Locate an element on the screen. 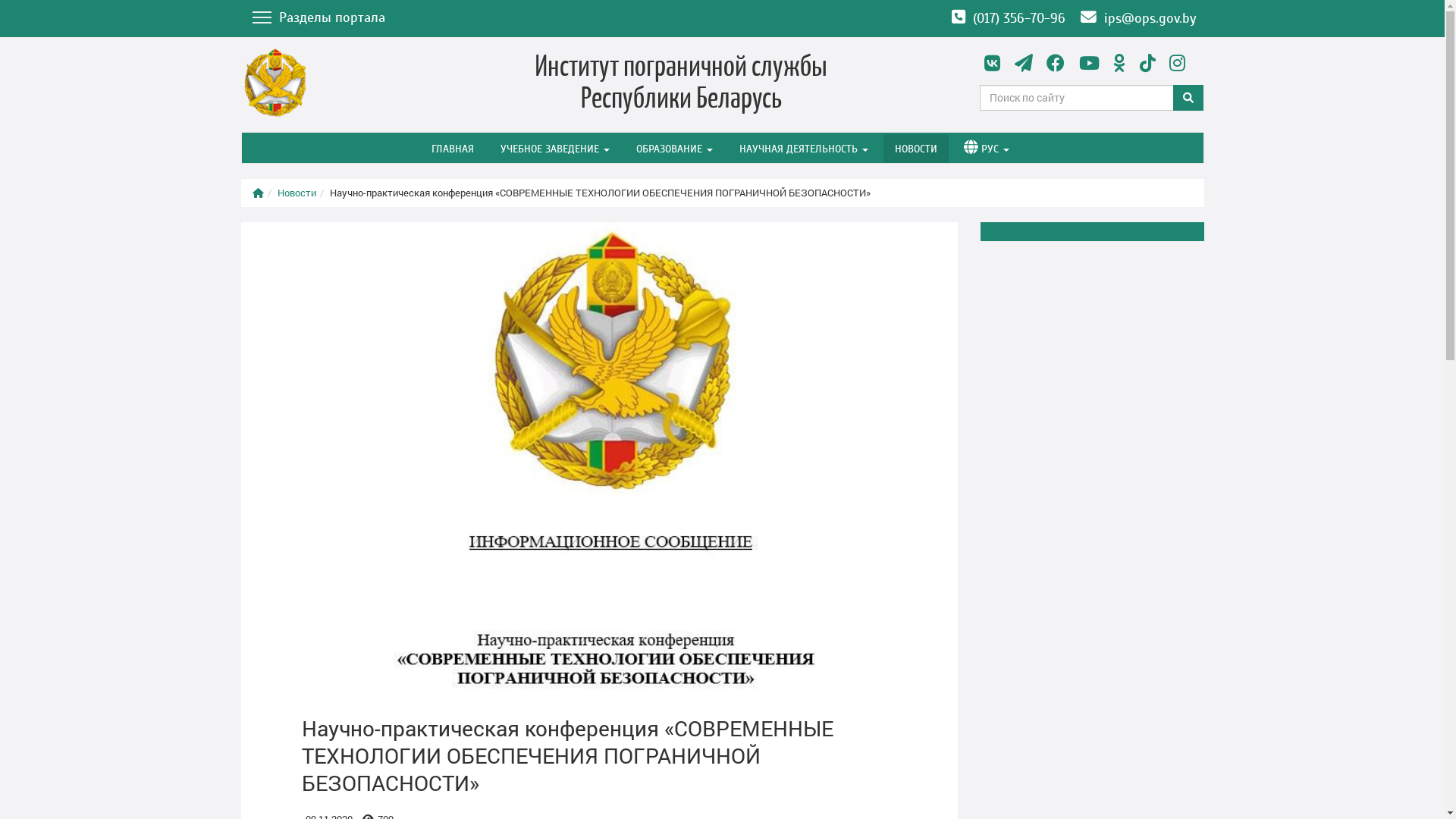  '(017) 356-70-96' is located at coordinates (1008, 18).